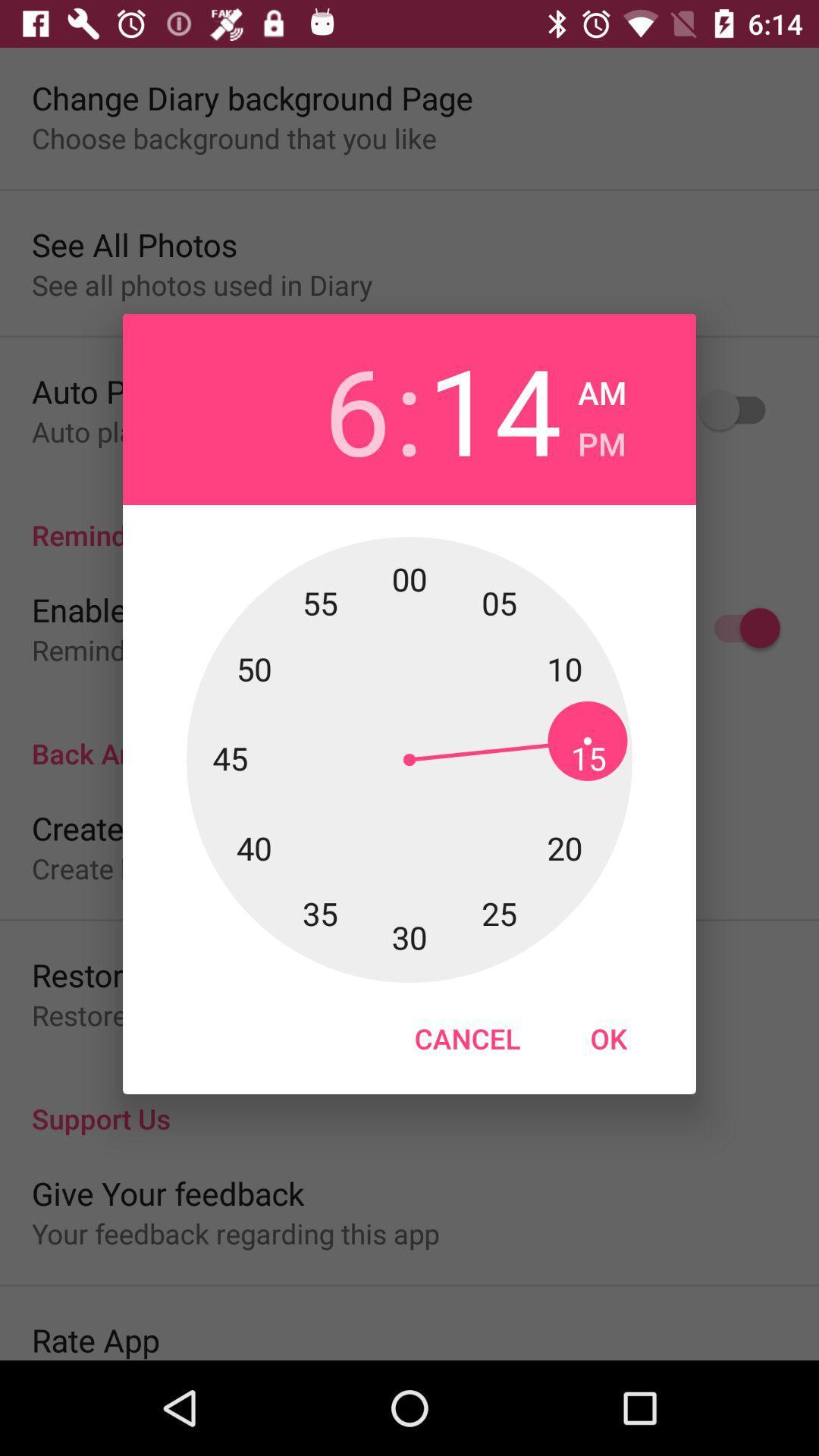  I want to click on the pm checkbox, so click(601, 438).